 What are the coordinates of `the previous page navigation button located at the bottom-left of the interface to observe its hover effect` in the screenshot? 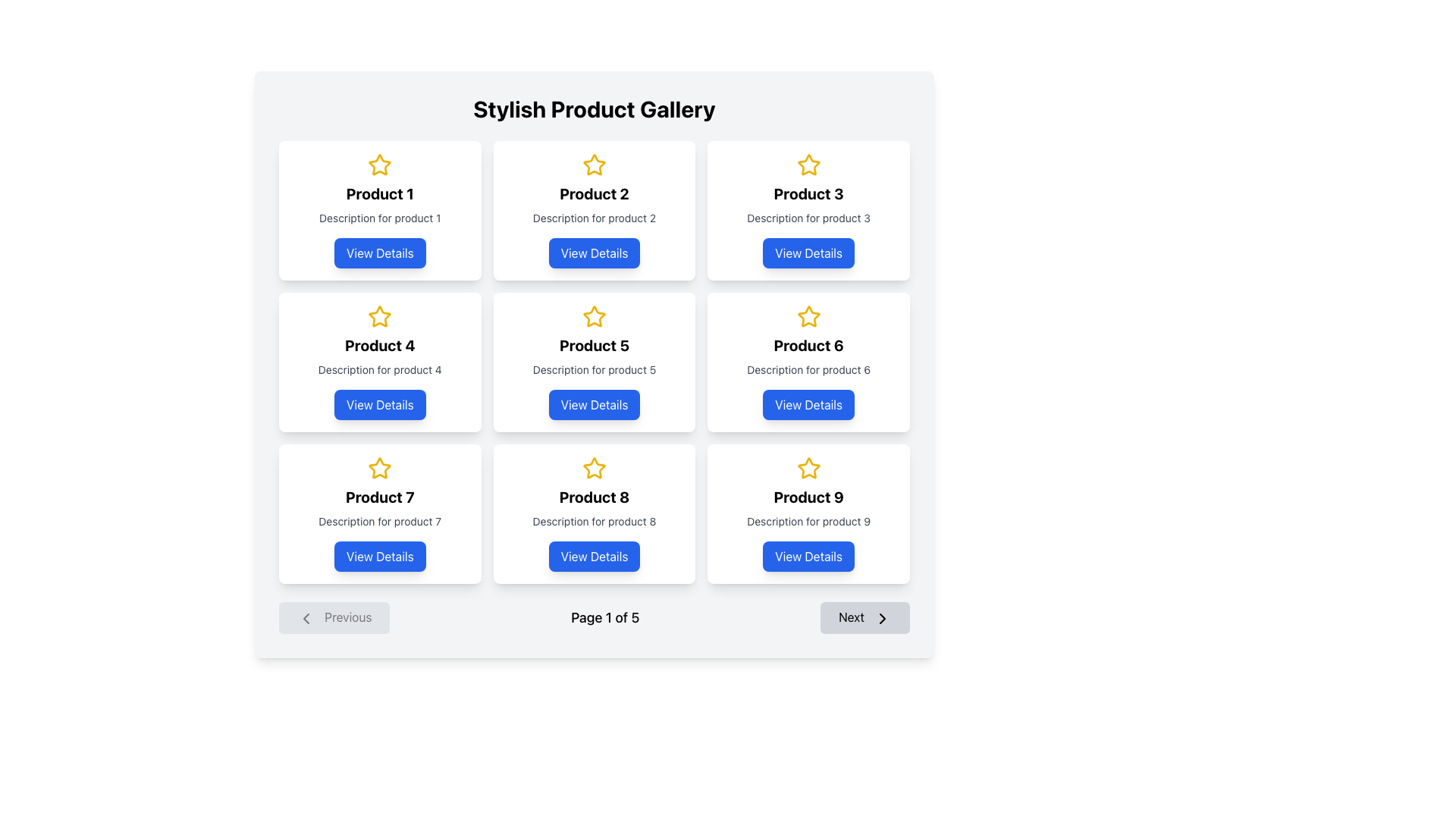 It's located at (334, 617).